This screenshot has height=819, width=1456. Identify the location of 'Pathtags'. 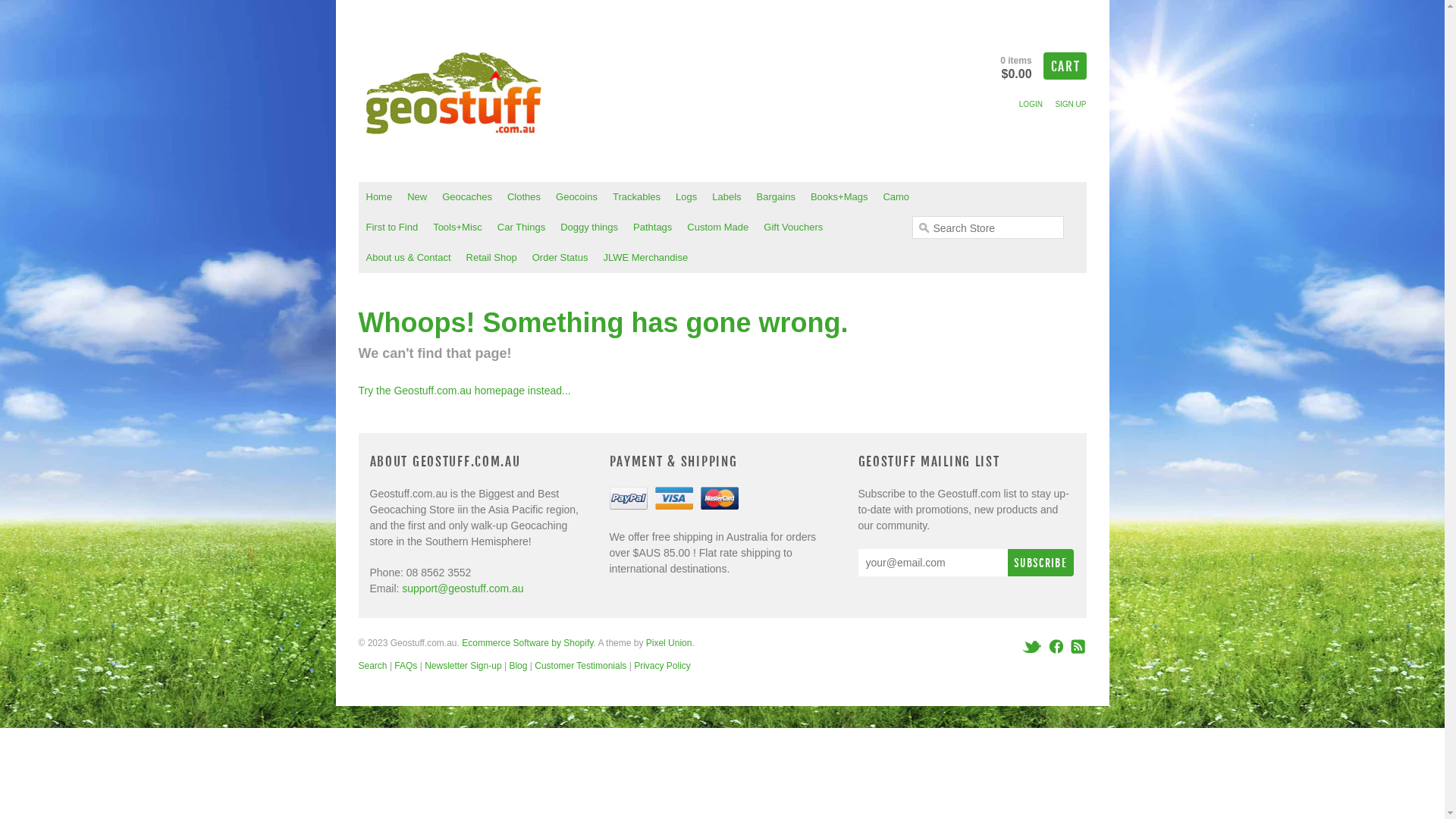
(652, 227).